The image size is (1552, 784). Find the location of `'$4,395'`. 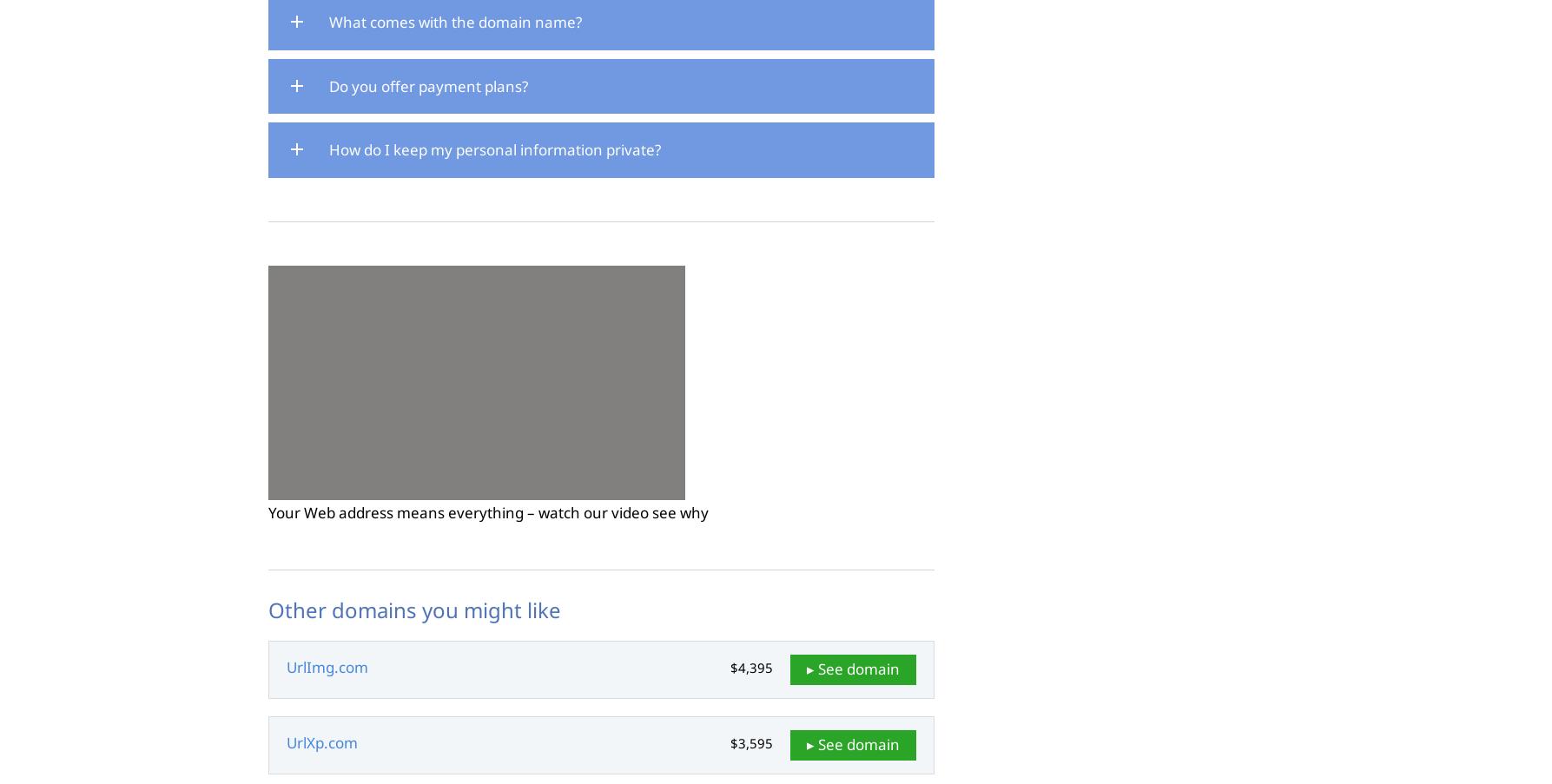

'$4,395' is located at coordinates (750, 667).